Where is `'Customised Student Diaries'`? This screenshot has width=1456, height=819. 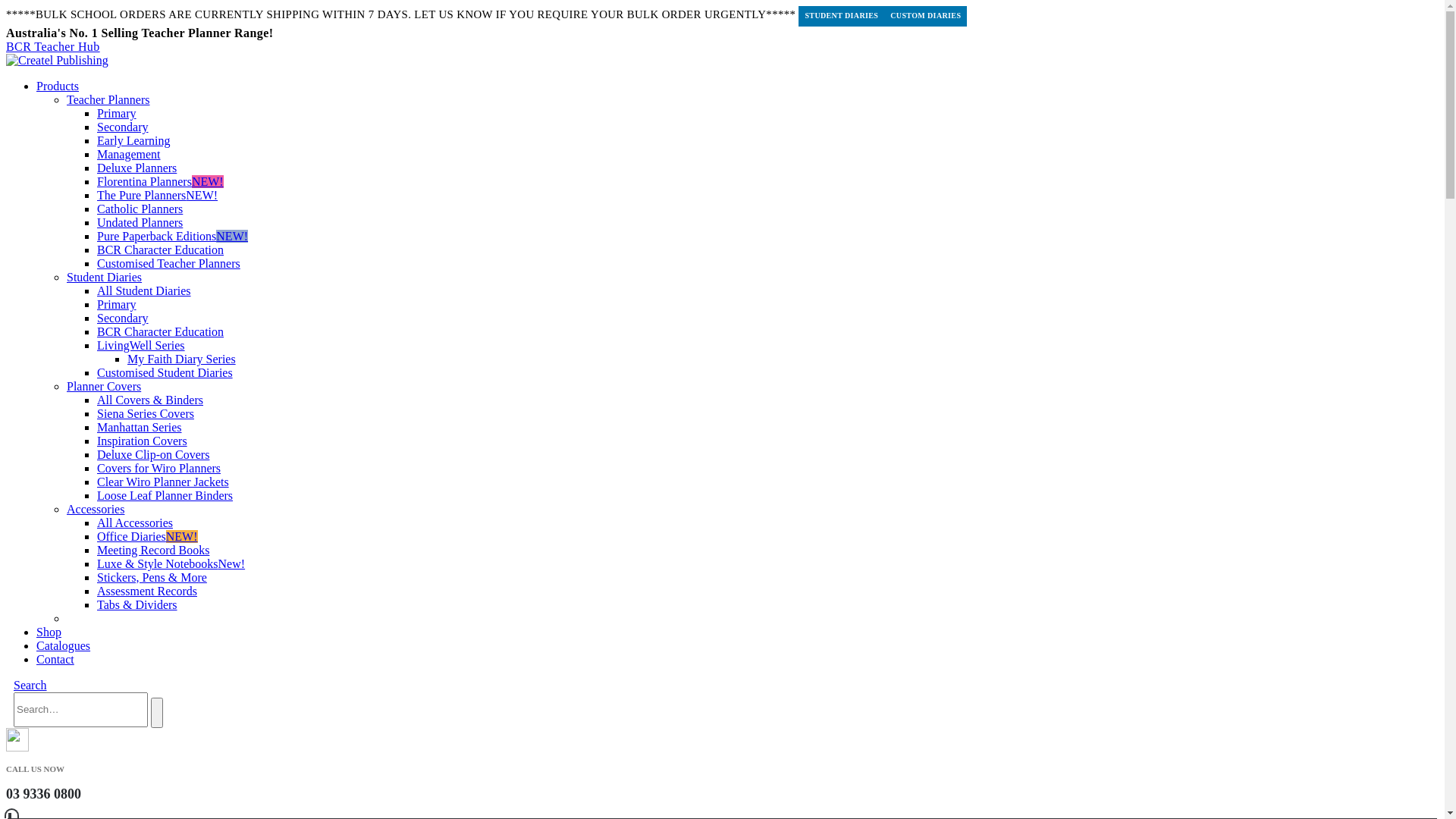
'Customised Student Diaries' is located at coordinates (96, 372).